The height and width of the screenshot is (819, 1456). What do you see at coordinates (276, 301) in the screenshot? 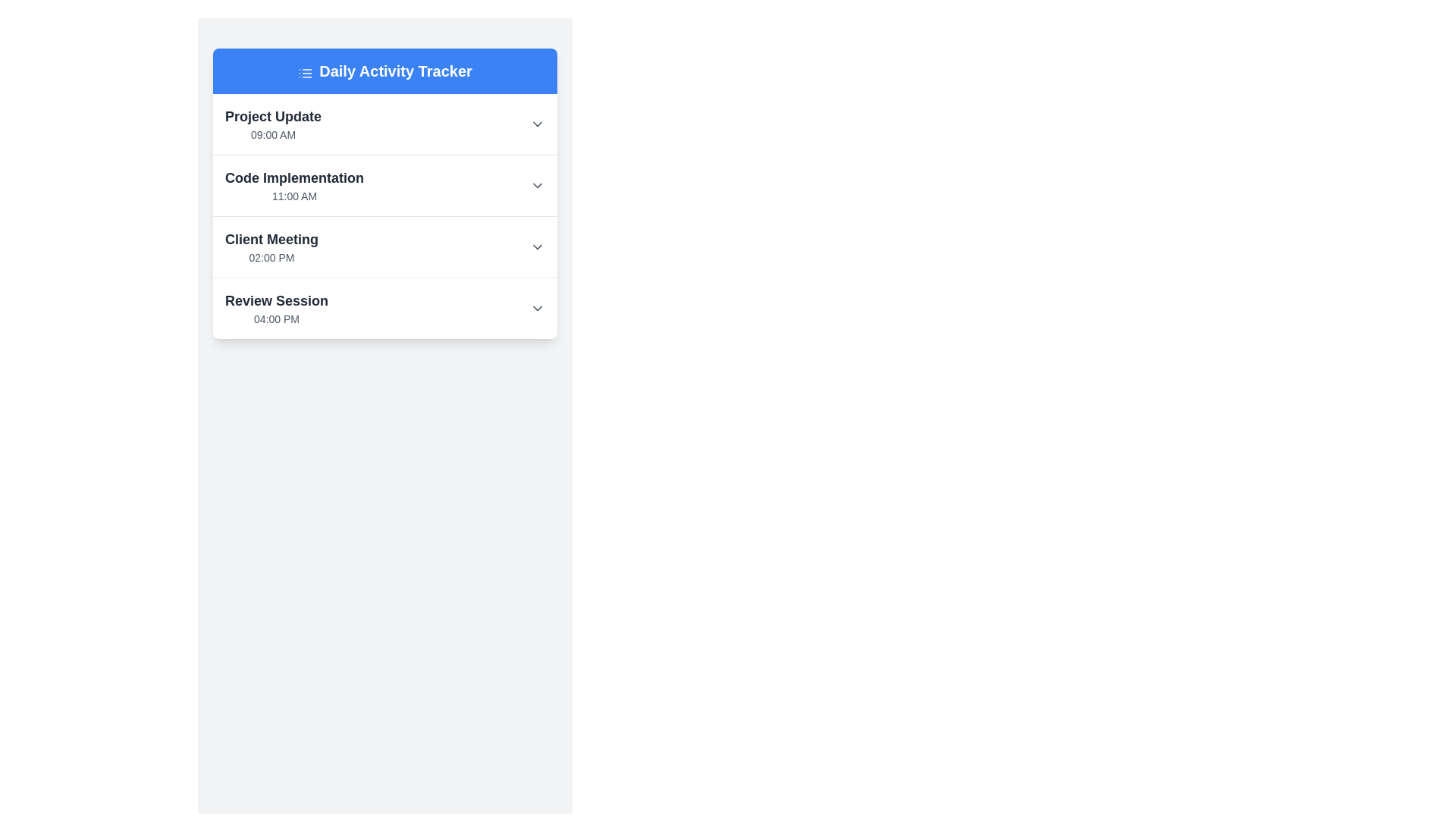
I see `the static text label reading 'Review Session', which is prominently displayed in bold dark gray font in the lower section of the 'Daily Activity Tracker' list, positioned above the time entry labeled '04:00 PM'` at bounding box center [276, 301].